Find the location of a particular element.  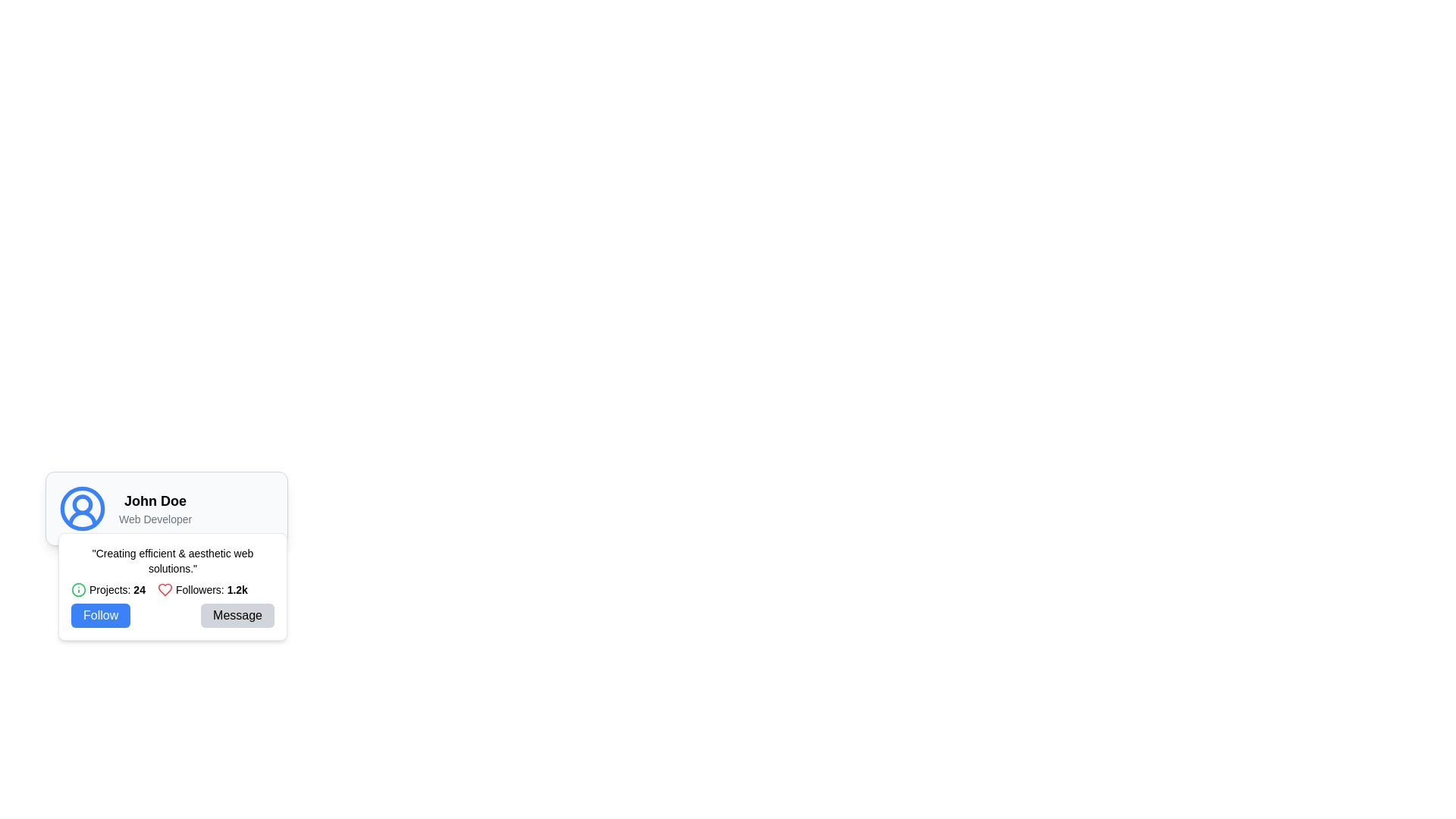

the descriptive tagline text label that introduces the user's skill set, located below the user's name and title, above the 'Projects' and 'Followers' sections is located at coordinates (172, 561).